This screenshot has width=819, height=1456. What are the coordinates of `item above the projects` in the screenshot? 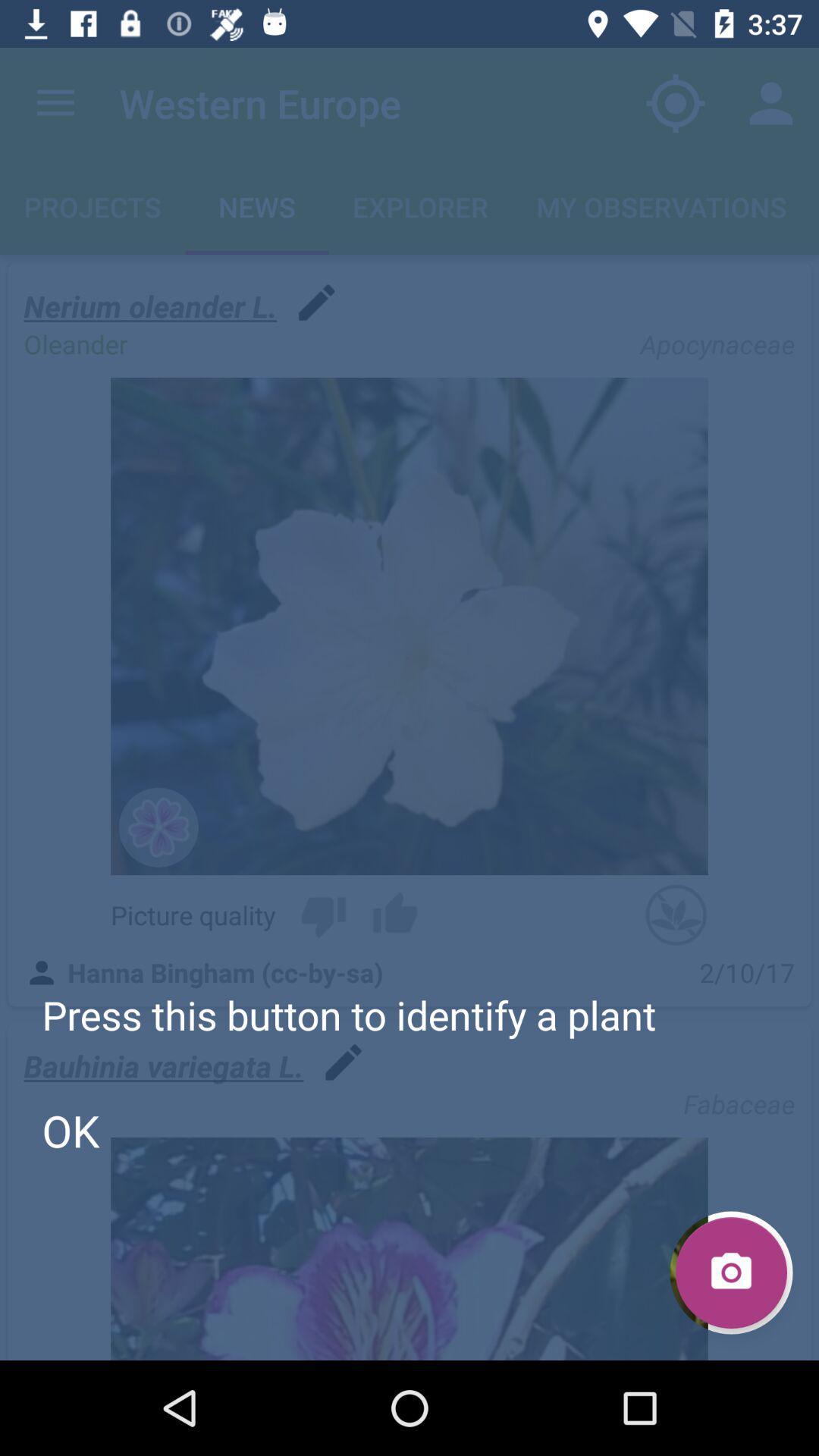 It's located at (55, 102).